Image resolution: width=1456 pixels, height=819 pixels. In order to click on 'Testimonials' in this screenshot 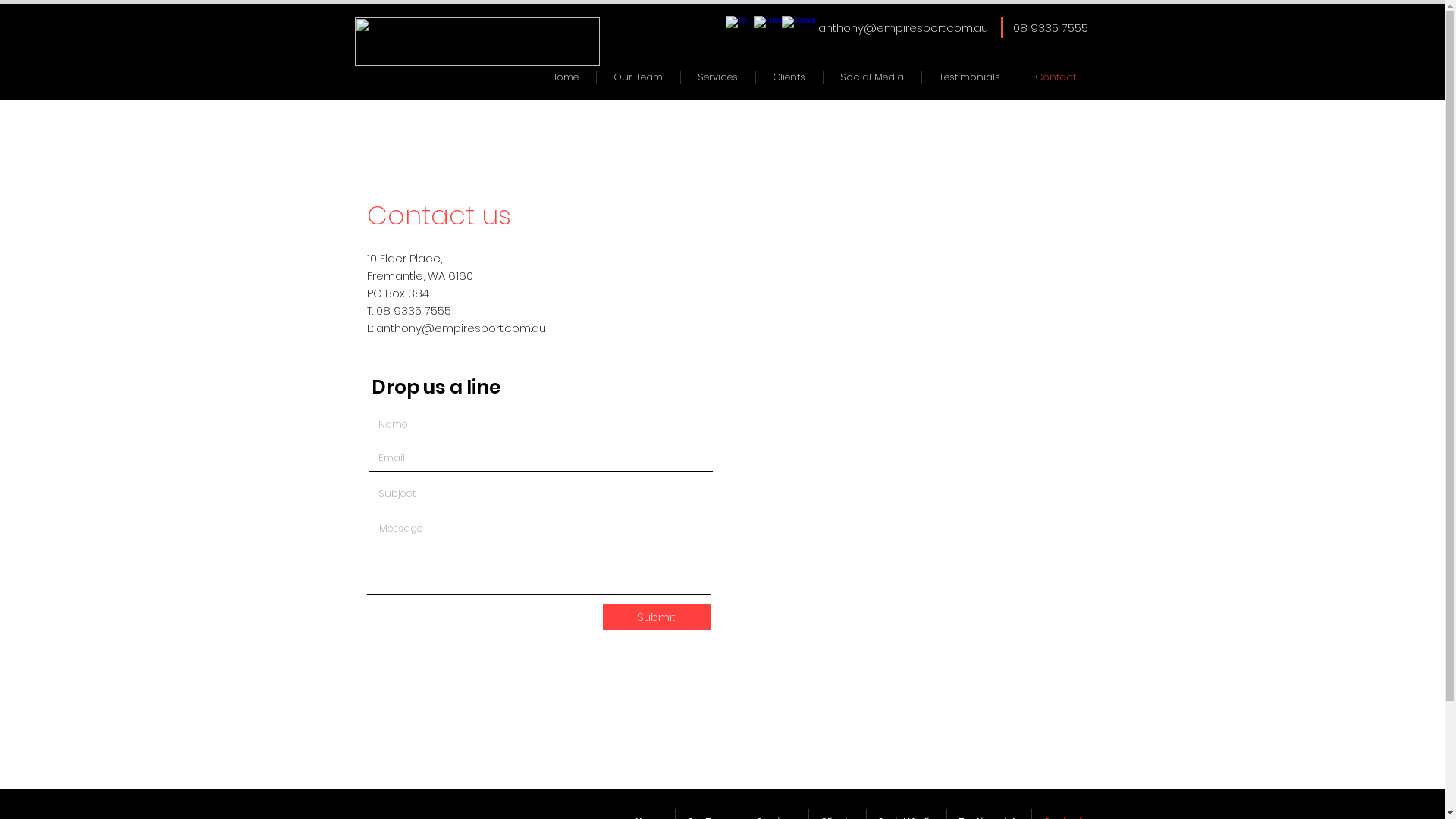, I will do `click(968, 77)`.